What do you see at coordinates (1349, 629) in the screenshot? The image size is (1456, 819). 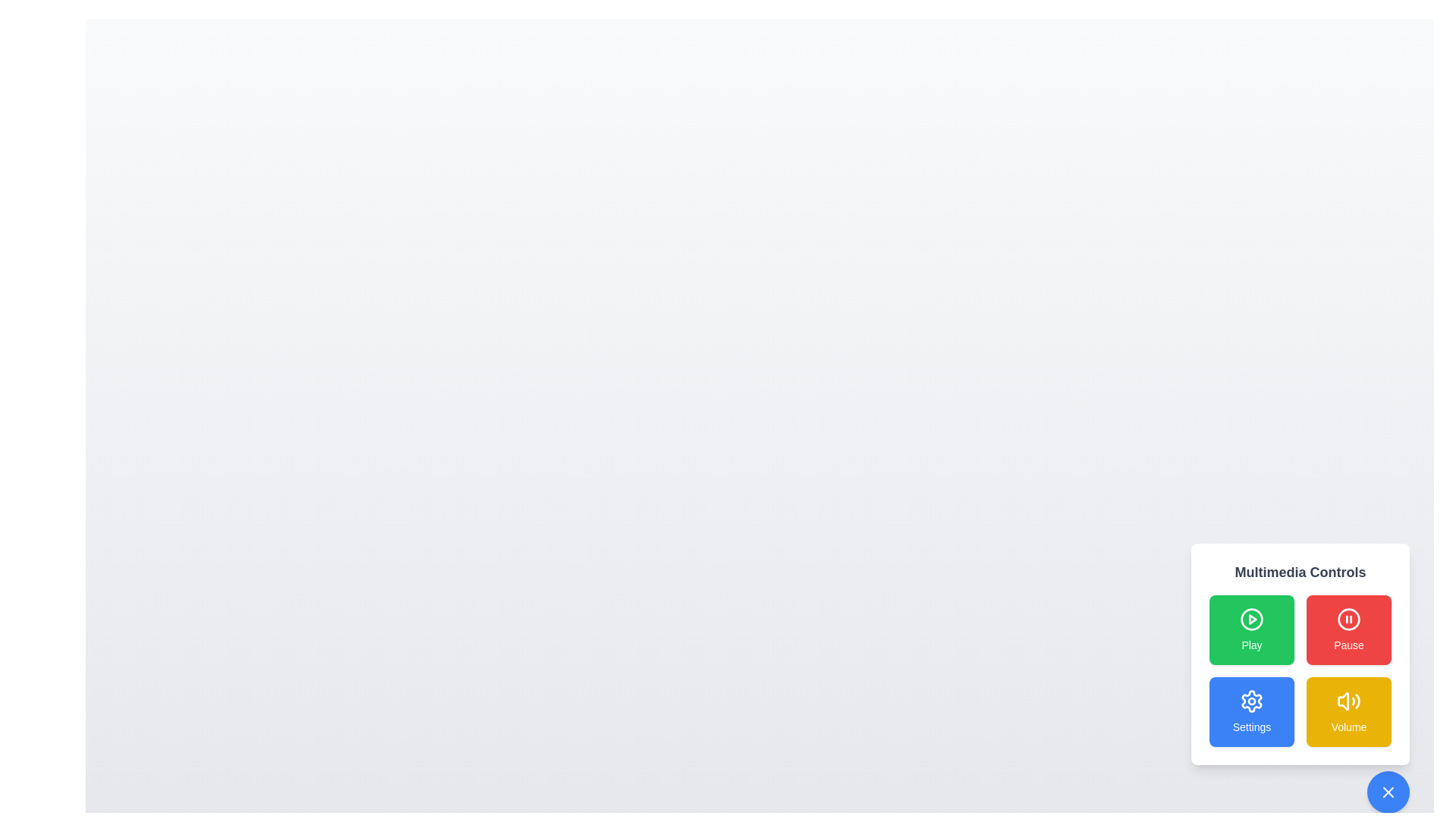 I see `the bright red 'Pause' button with rounded corners, which has a pause icon above the label 'Pause'` at bounding box center [1349, 629].